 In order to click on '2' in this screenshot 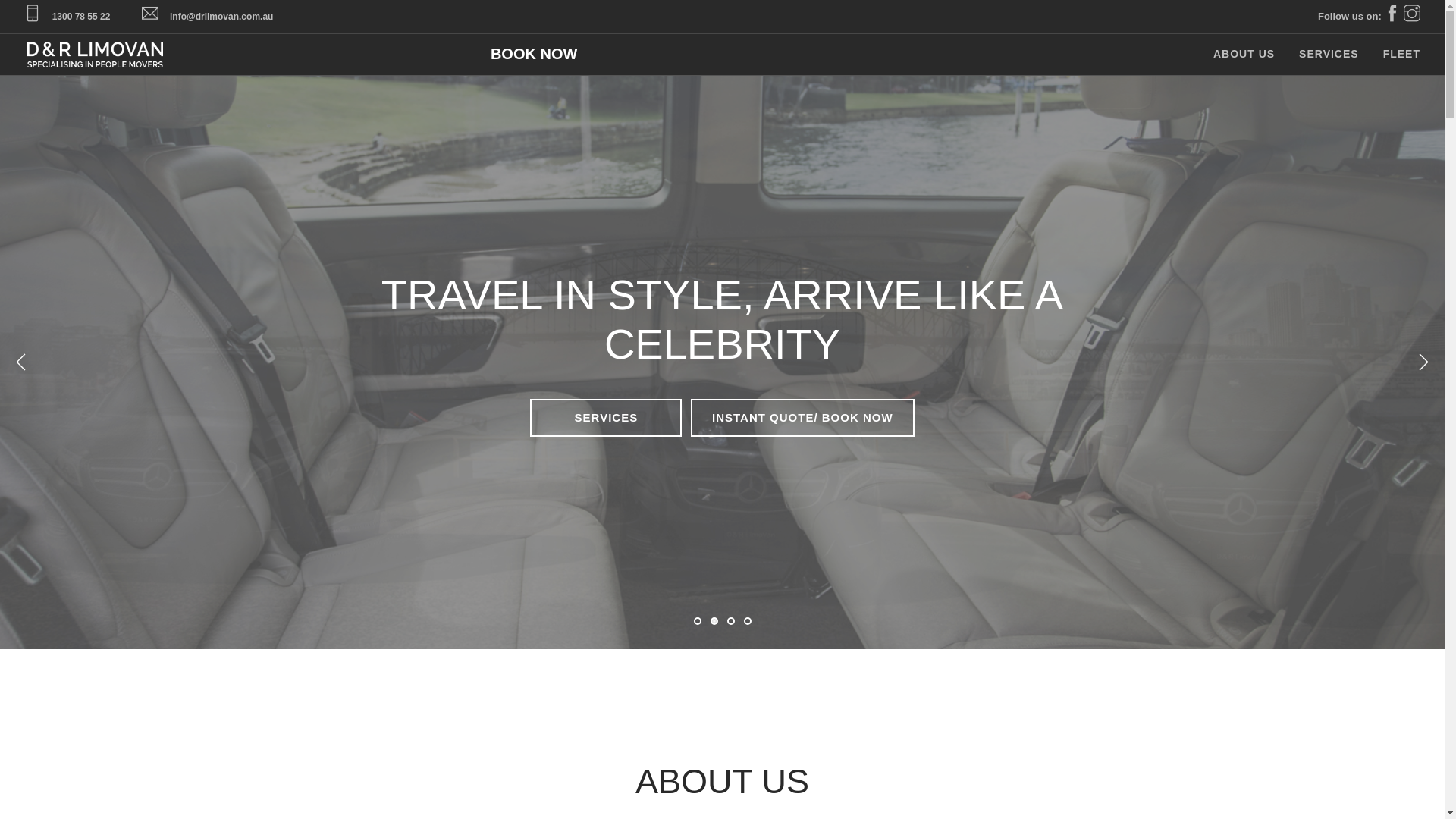, I will do `click(709, 620)`.